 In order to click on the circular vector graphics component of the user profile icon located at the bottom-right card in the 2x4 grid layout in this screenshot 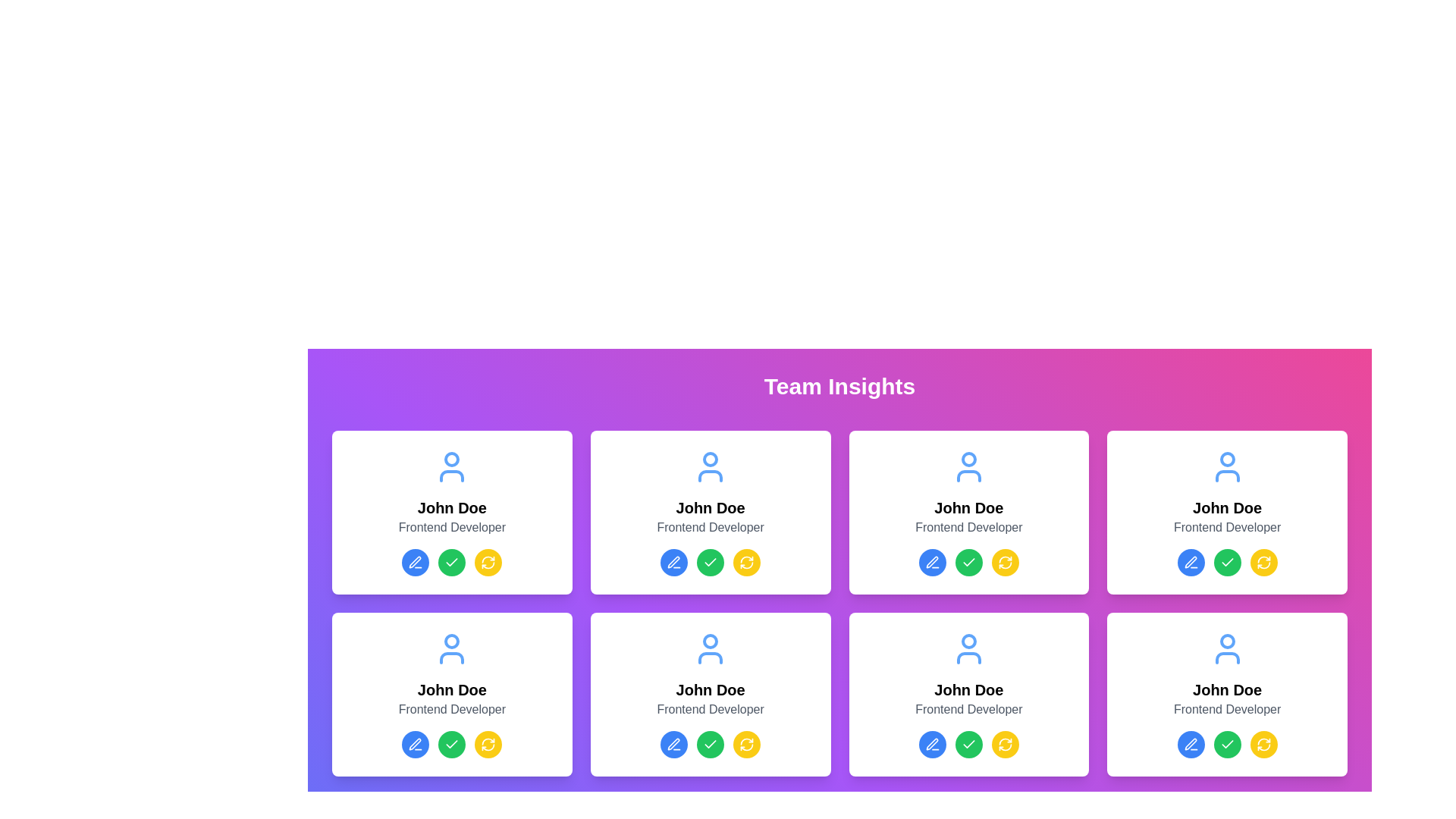, I will do `click(1227, 641)`.